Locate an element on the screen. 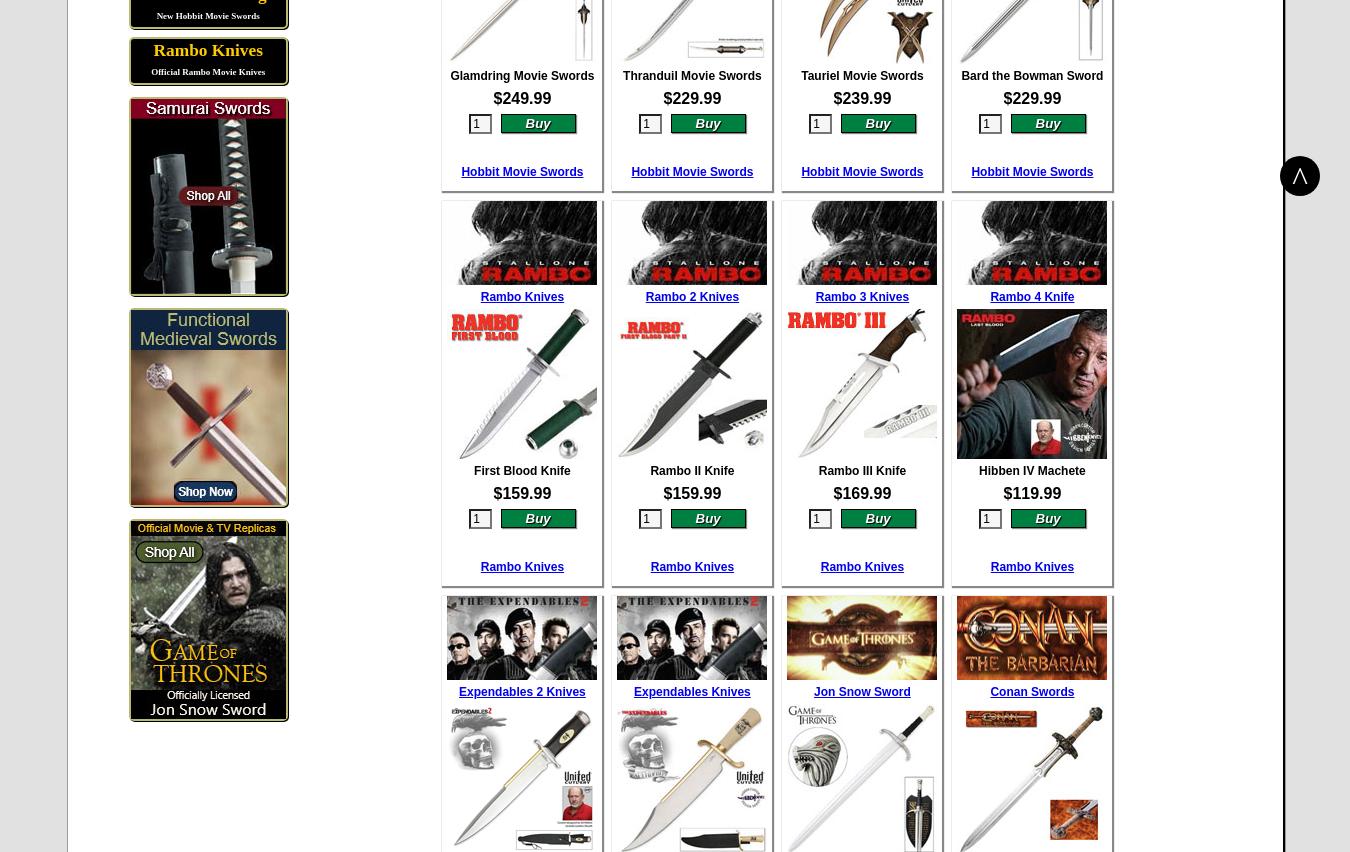 This screenshot has height=852, width=1350. 'Rambo 2 Knives' is located at coordinates (691, 294).